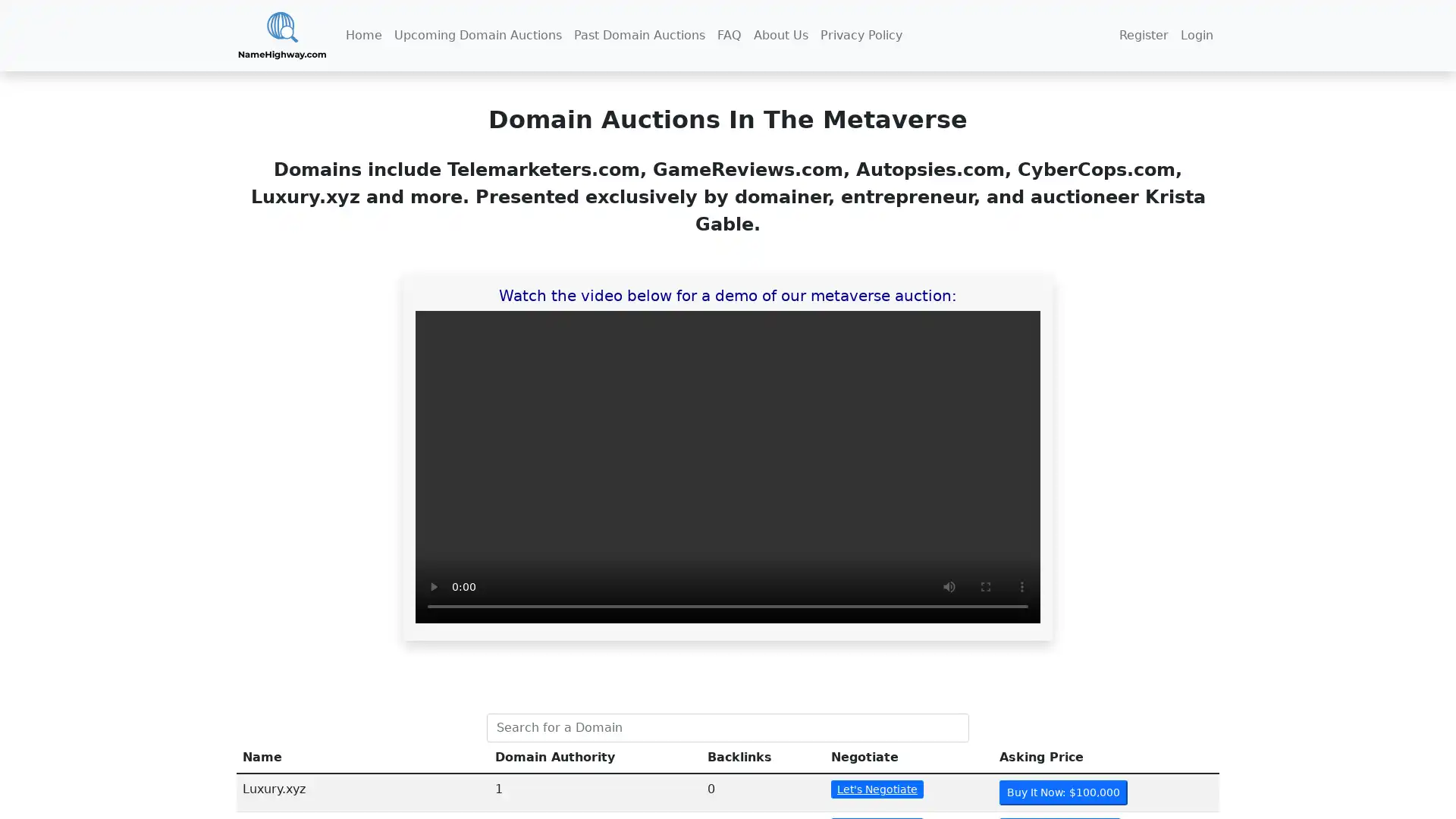 This screenshot has height=819, width=1456. I want to click on play, so click(432, 586).